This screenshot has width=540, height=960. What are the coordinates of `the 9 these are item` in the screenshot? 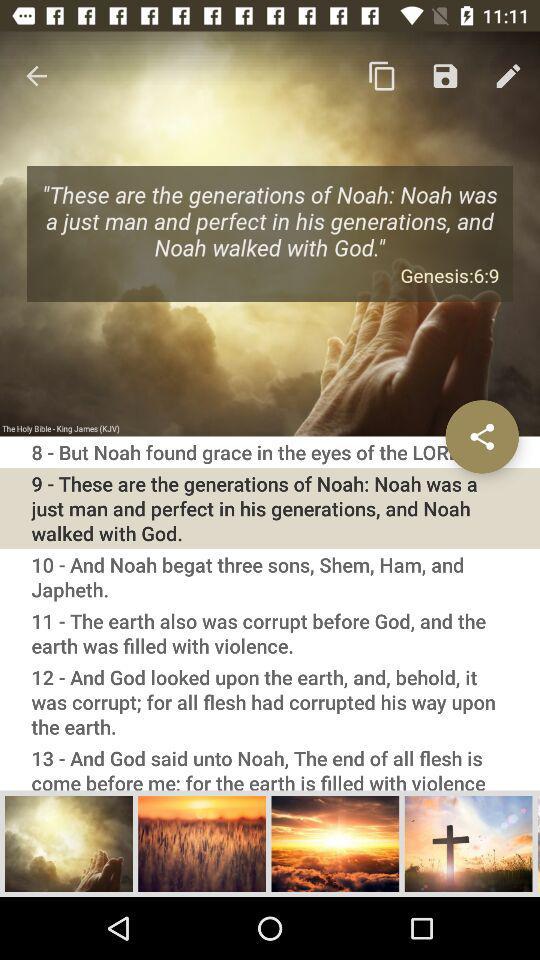 It's located at (270, 507).